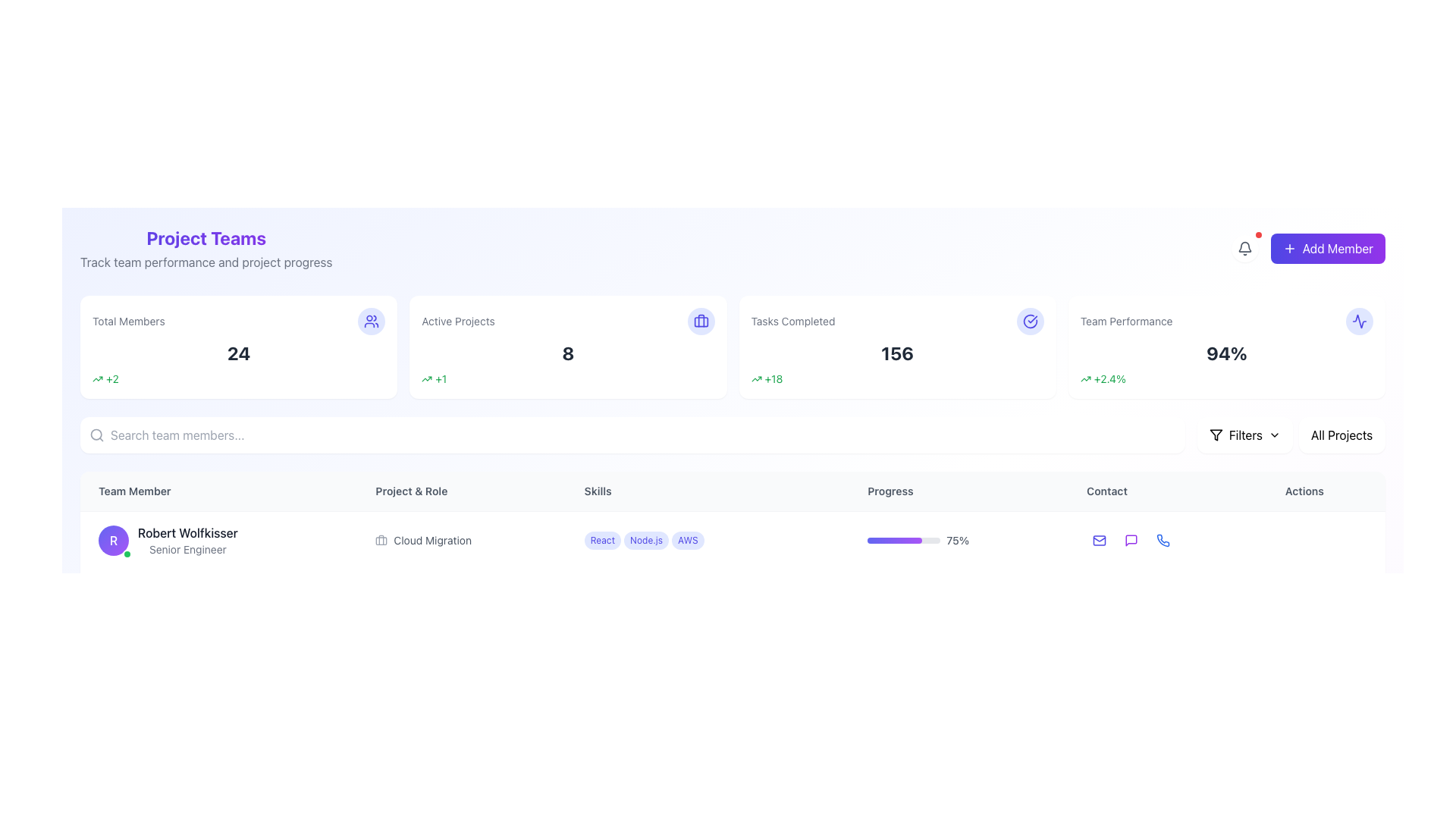 The image size is (1456, 819). What do you see at coordinates (567, 353) in the screenshot?
I see `the prominently displayed bold numeric text that is centrally located within the 'Active Projects' card, contrasting dark gray against a white background` at bounding box center [567, 353].